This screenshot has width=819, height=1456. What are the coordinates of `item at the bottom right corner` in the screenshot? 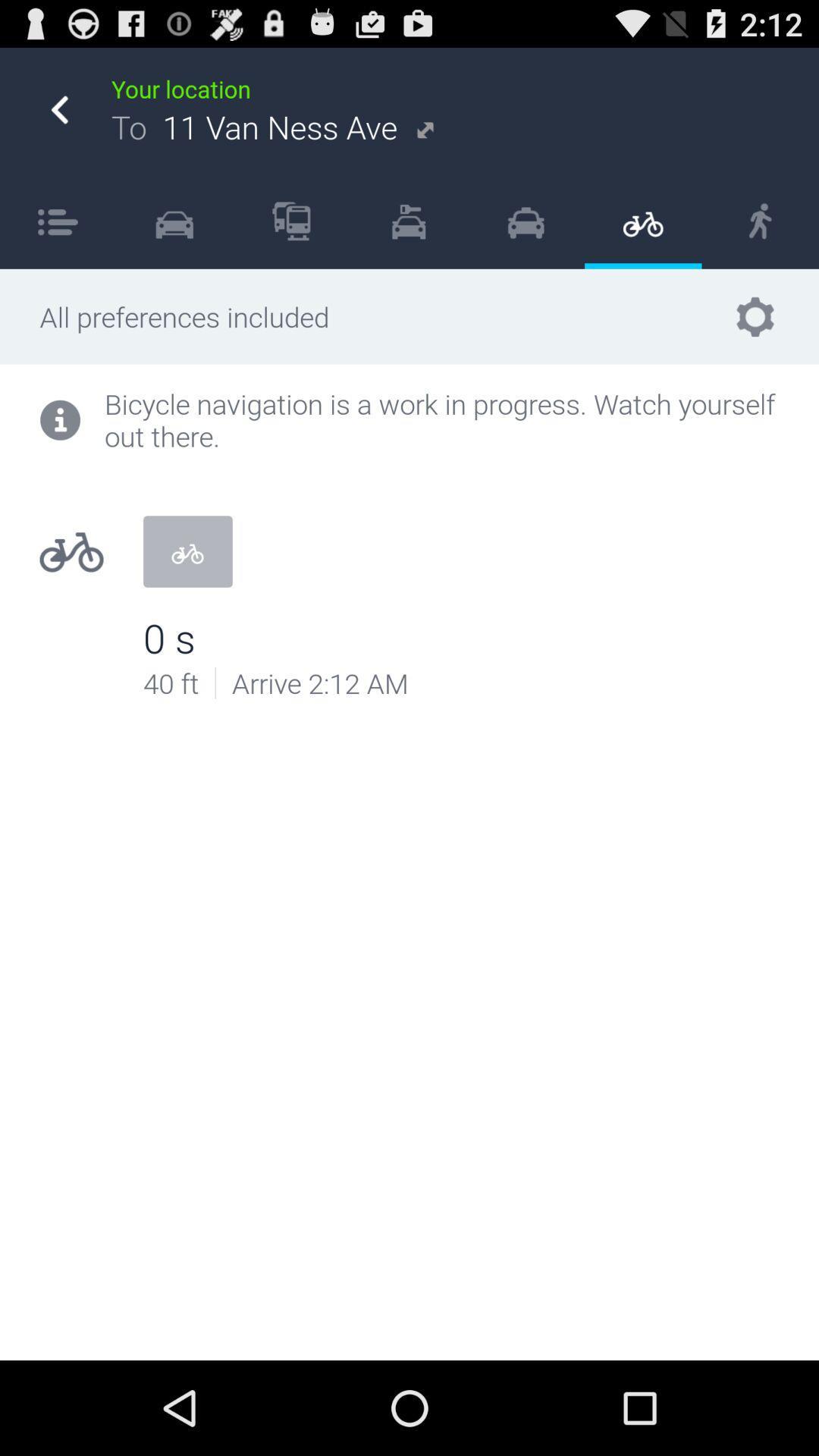 It's located at (763, 1304).